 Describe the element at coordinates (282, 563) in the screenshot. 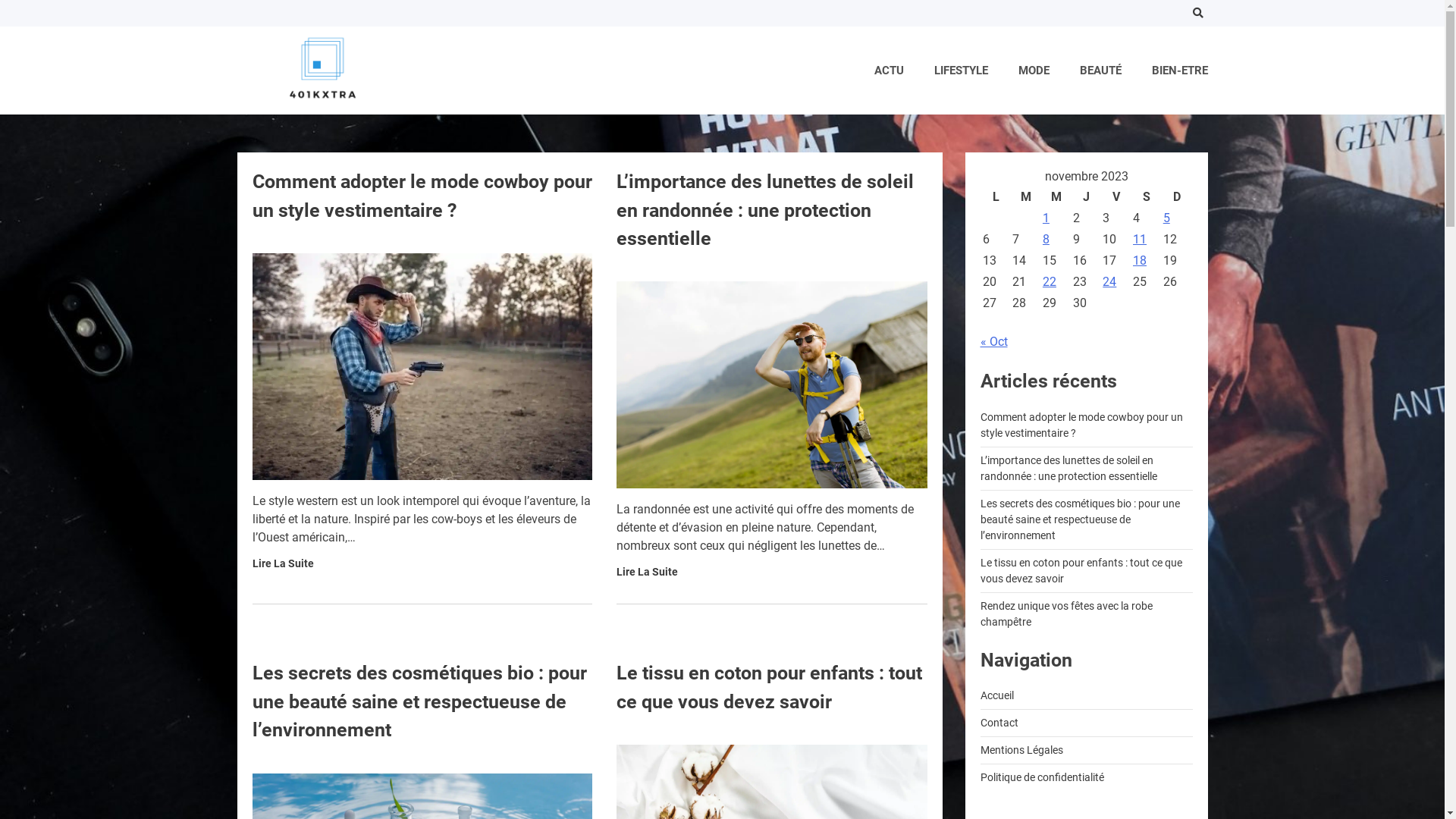

I see `'Lire La Suite'` at that location.